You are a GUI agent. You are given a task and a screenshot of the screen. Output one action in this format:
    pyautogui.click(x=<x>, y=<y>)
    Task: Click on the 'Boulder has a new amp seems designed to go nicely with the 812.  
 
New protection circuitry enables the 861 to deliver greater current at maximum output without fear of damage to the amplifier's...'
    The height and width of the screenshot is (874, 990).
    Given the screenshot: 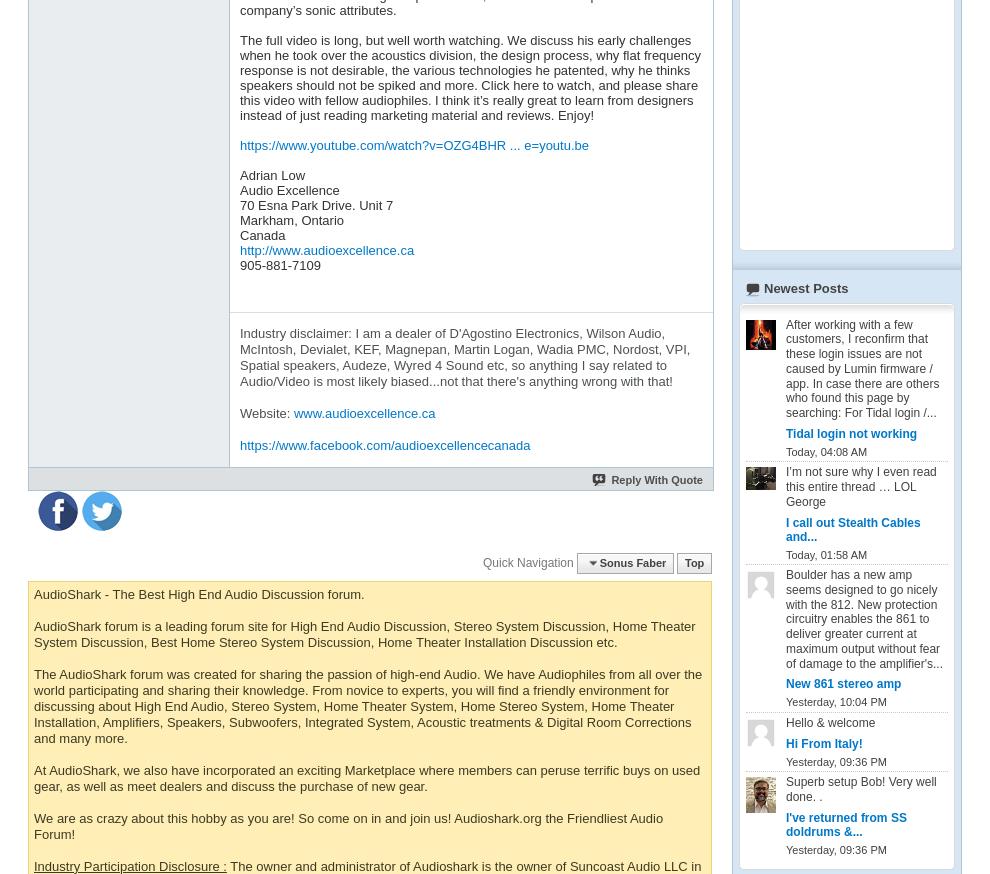 What is the action you would take?
    pyautogui.click(x=864, y=617)
    